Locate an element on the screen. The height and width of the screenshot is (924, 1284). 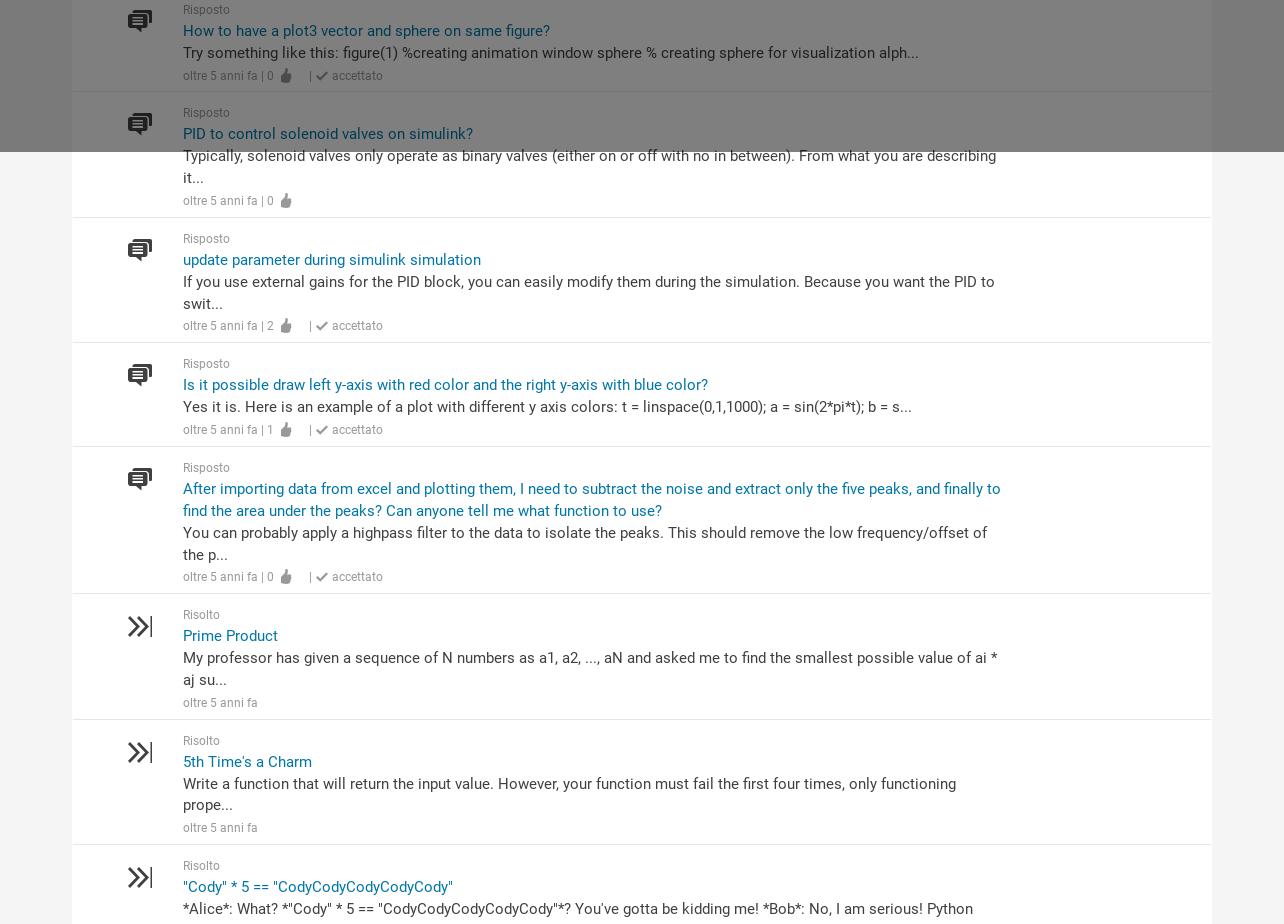
'update parameter during simulink simulation' is located at coordinates (331, 258).